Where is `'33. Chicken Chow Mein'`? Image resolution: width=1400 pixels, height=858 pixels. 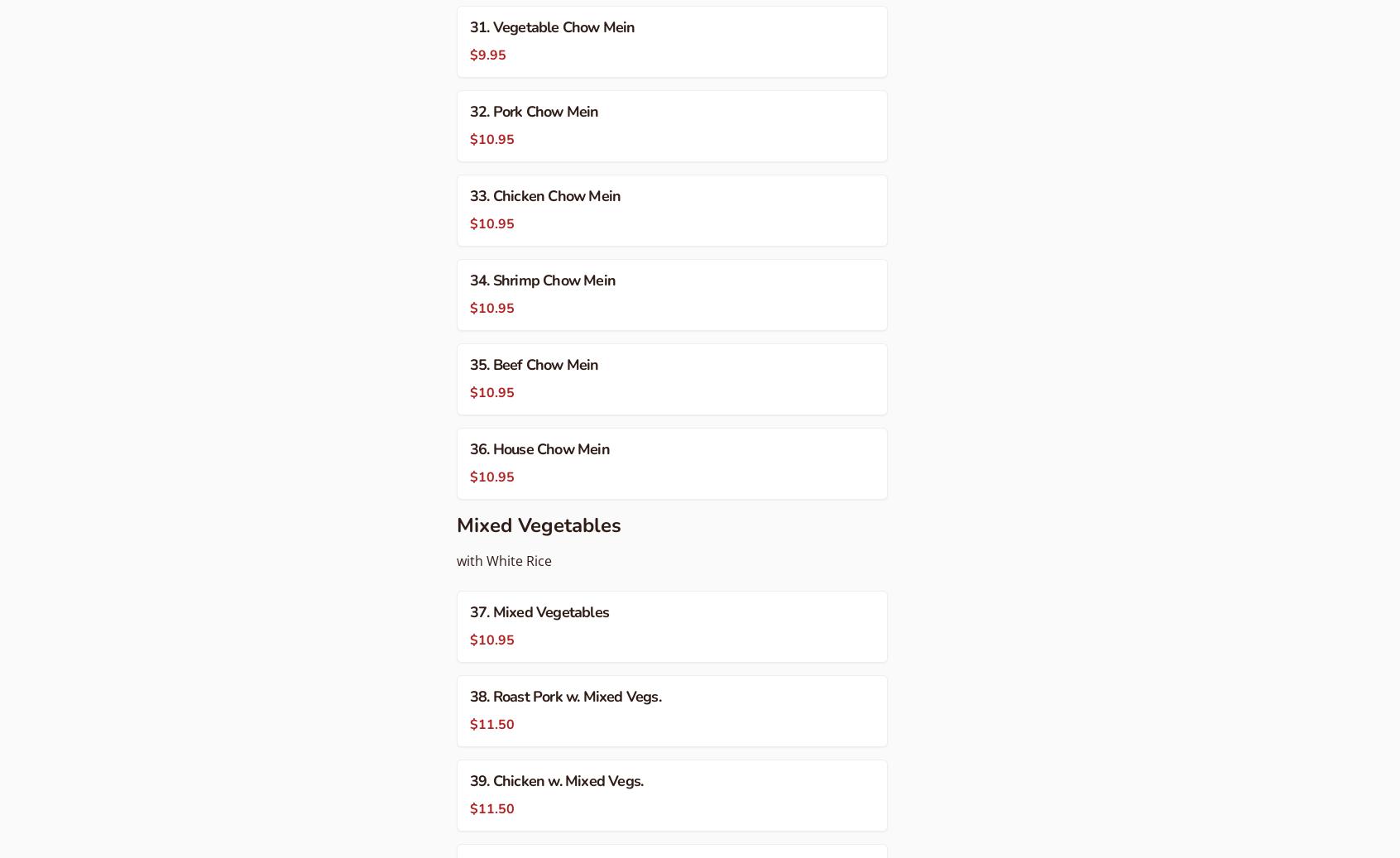
'33. Chicken Chow Mein' is located at coordinates (545, 194).